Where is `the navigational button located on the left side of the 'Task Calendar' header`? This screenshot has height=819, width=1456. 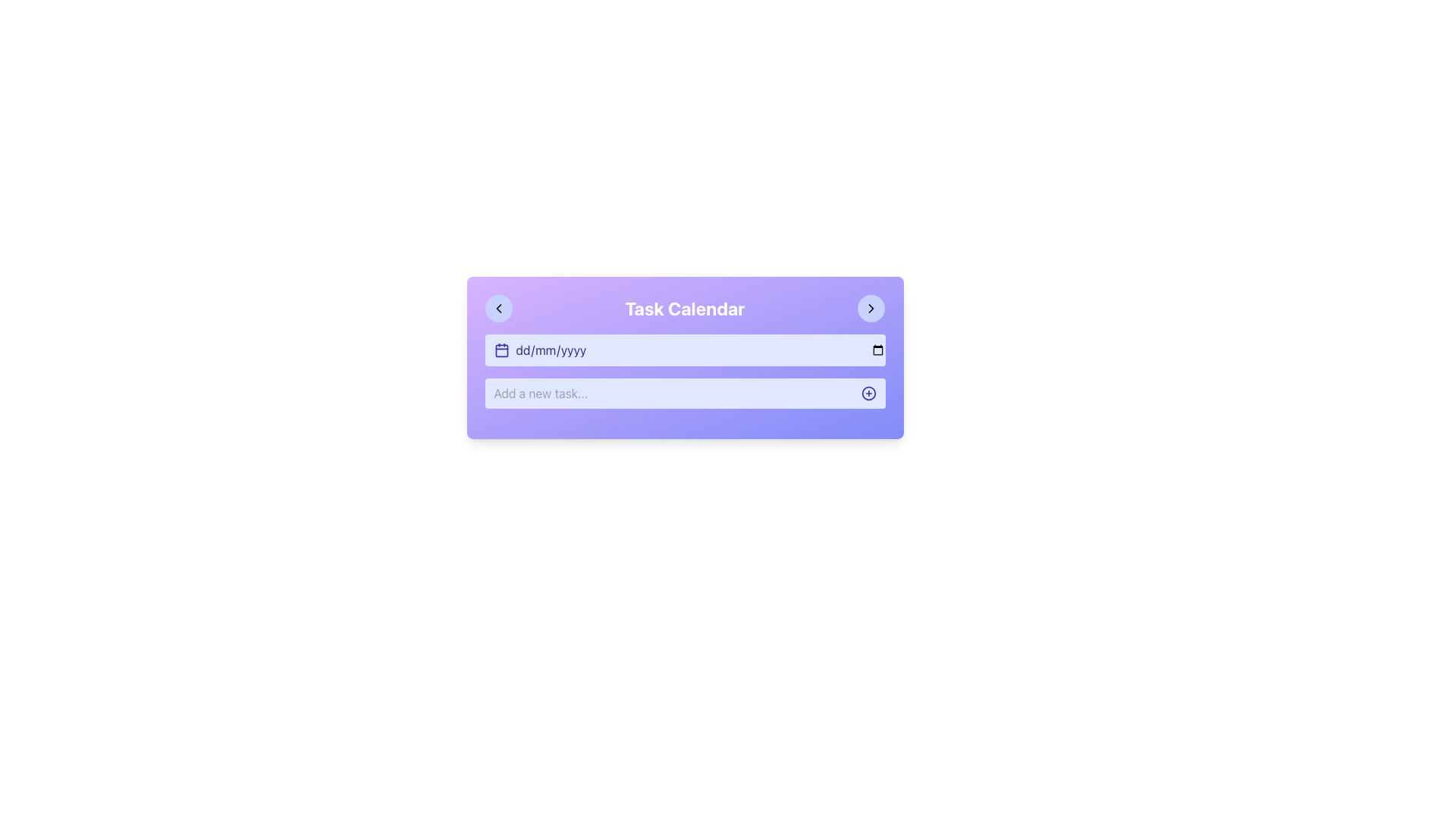
the navigational button located on the left side of the 'Task Calendar' header is located at coordinates (498, 308).